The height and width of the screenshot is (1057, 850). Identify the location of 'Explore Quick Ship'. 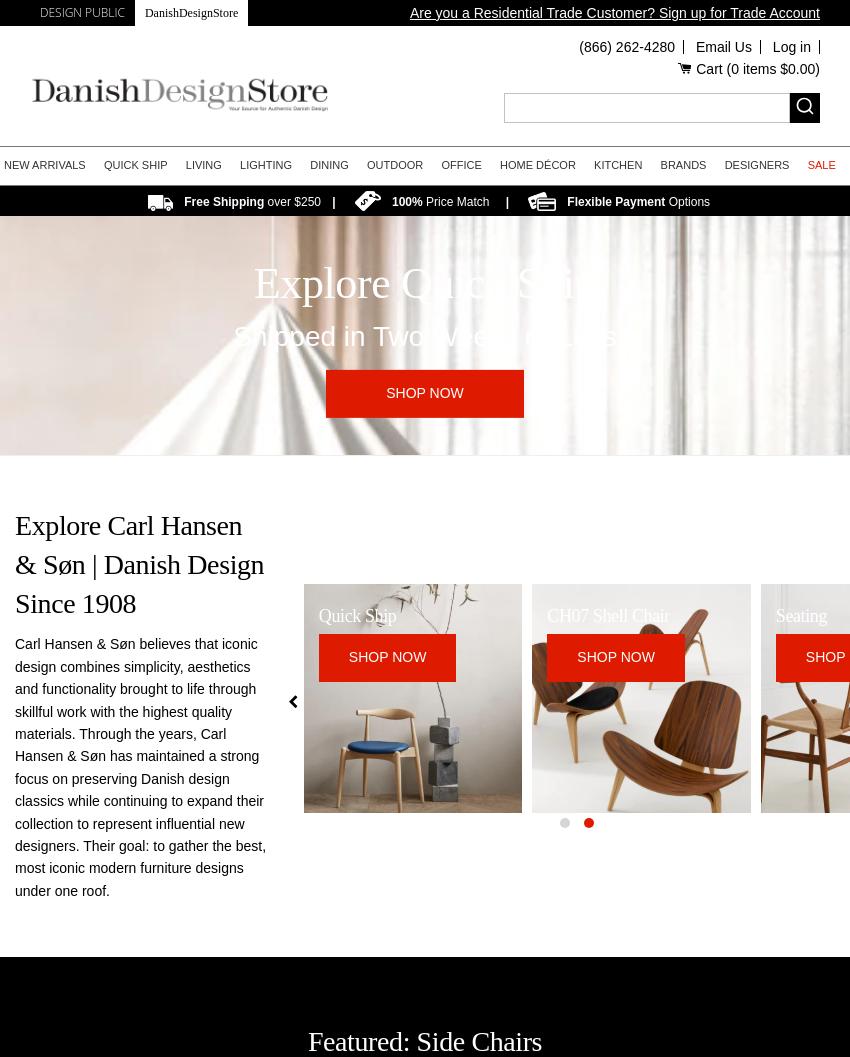
(424, 282).